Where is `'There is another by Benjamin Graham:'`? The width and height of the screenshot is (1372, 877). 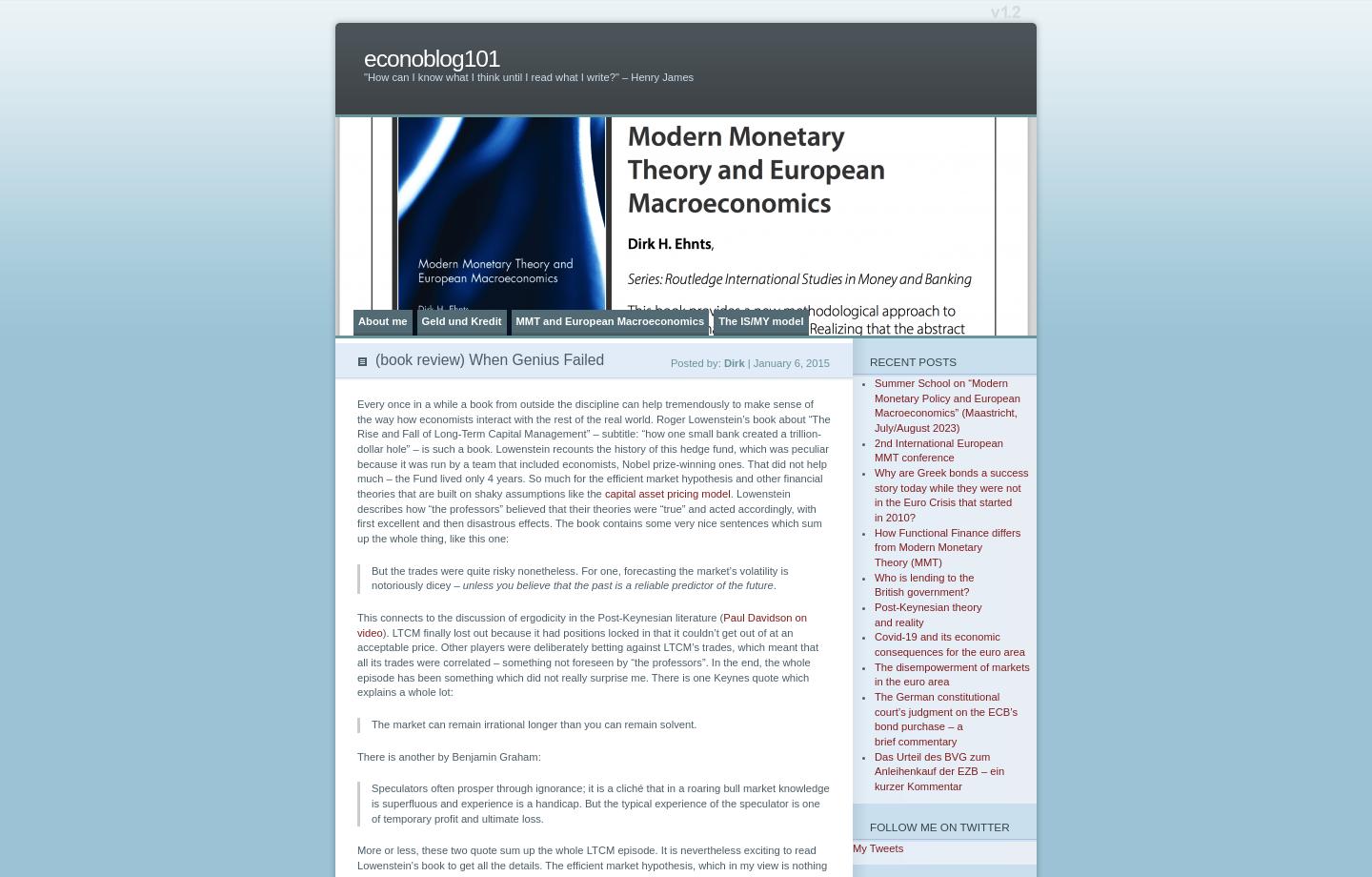 'There is another by Benjamin Graham:' is located at coordinates (449, 756).